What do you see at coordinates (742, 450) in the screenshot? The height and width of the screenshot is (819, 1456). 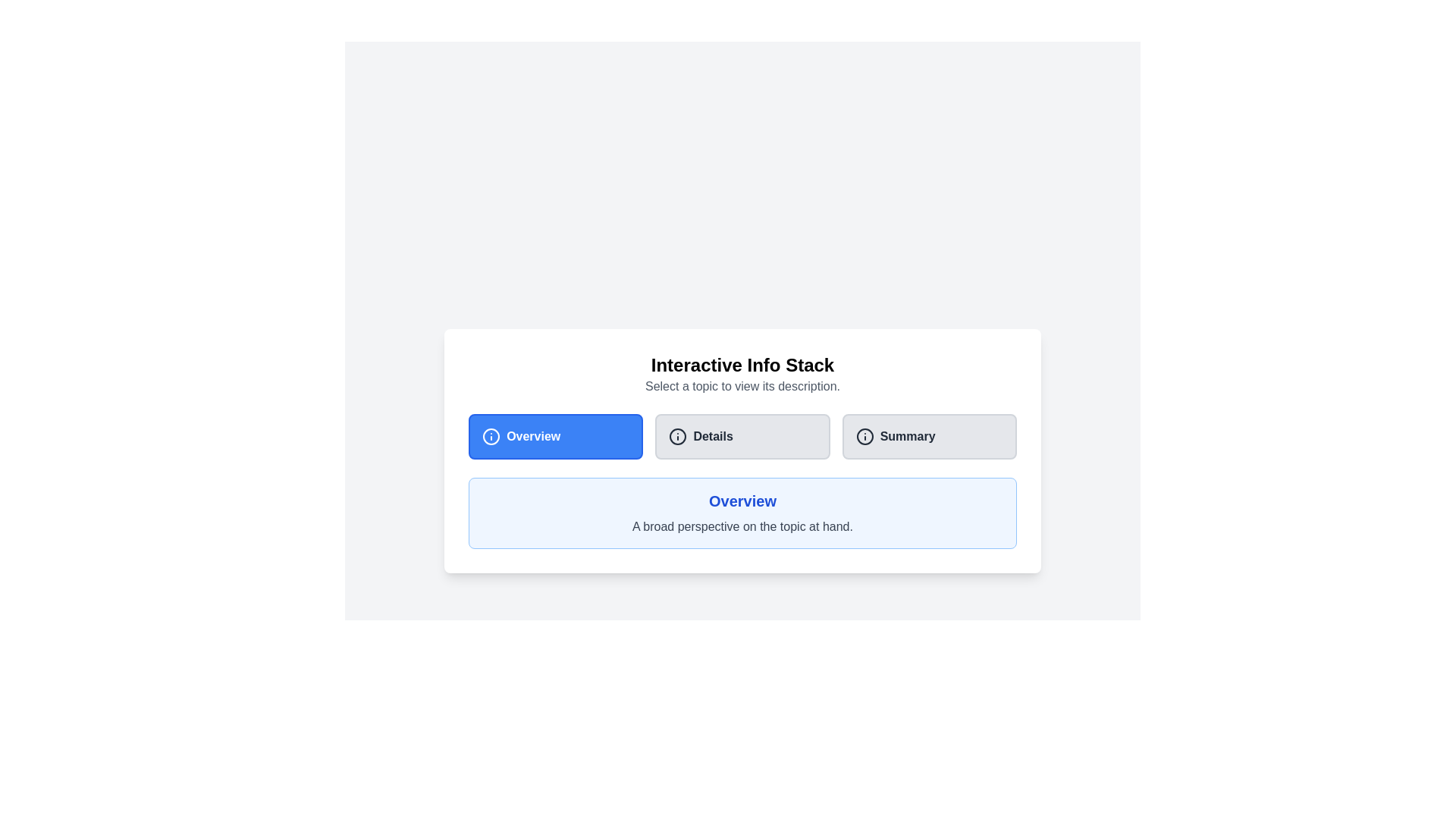 I see `the 'Details' button located between the 'Overview' button and the 'Summary' button` at bounding box center [742, 450].